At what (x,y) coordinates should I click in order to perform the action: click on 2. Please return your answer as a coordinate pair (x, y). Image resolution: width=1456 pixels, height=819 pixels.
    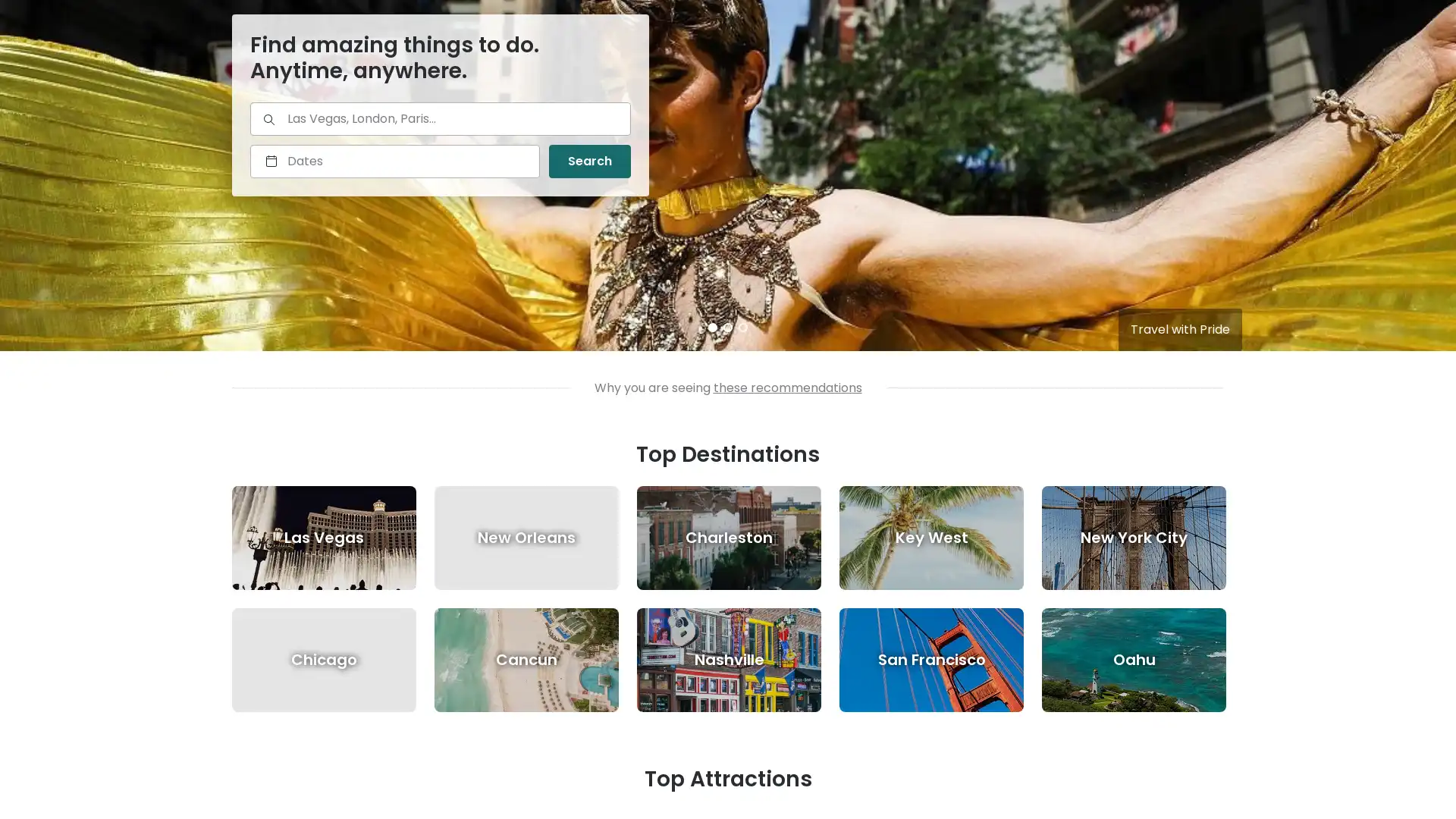
    Looking at the image, I should click on (728, 327).